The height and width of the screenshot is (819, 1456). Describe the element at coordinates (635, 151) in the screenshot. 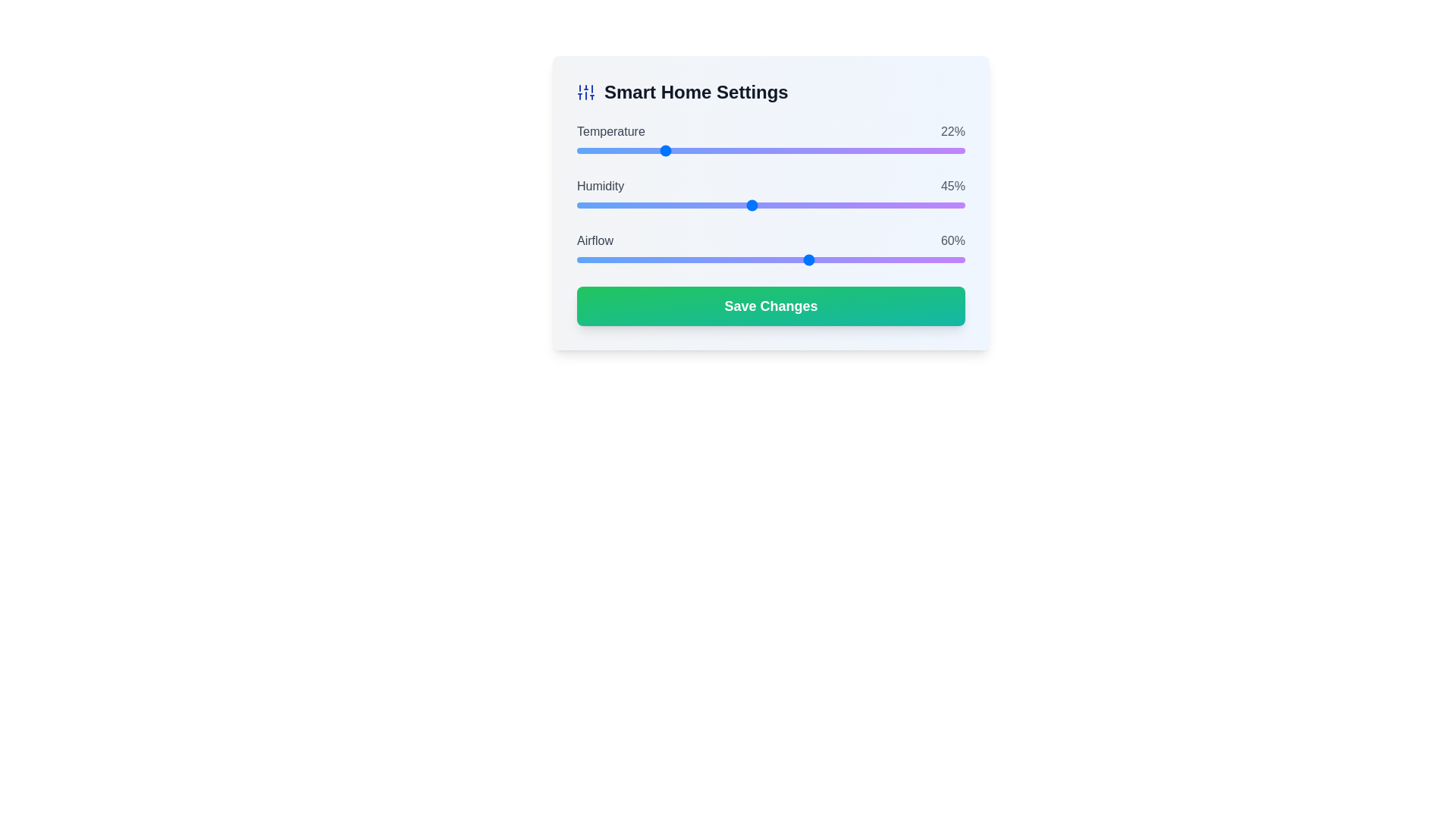

I see `the slider` at that location.